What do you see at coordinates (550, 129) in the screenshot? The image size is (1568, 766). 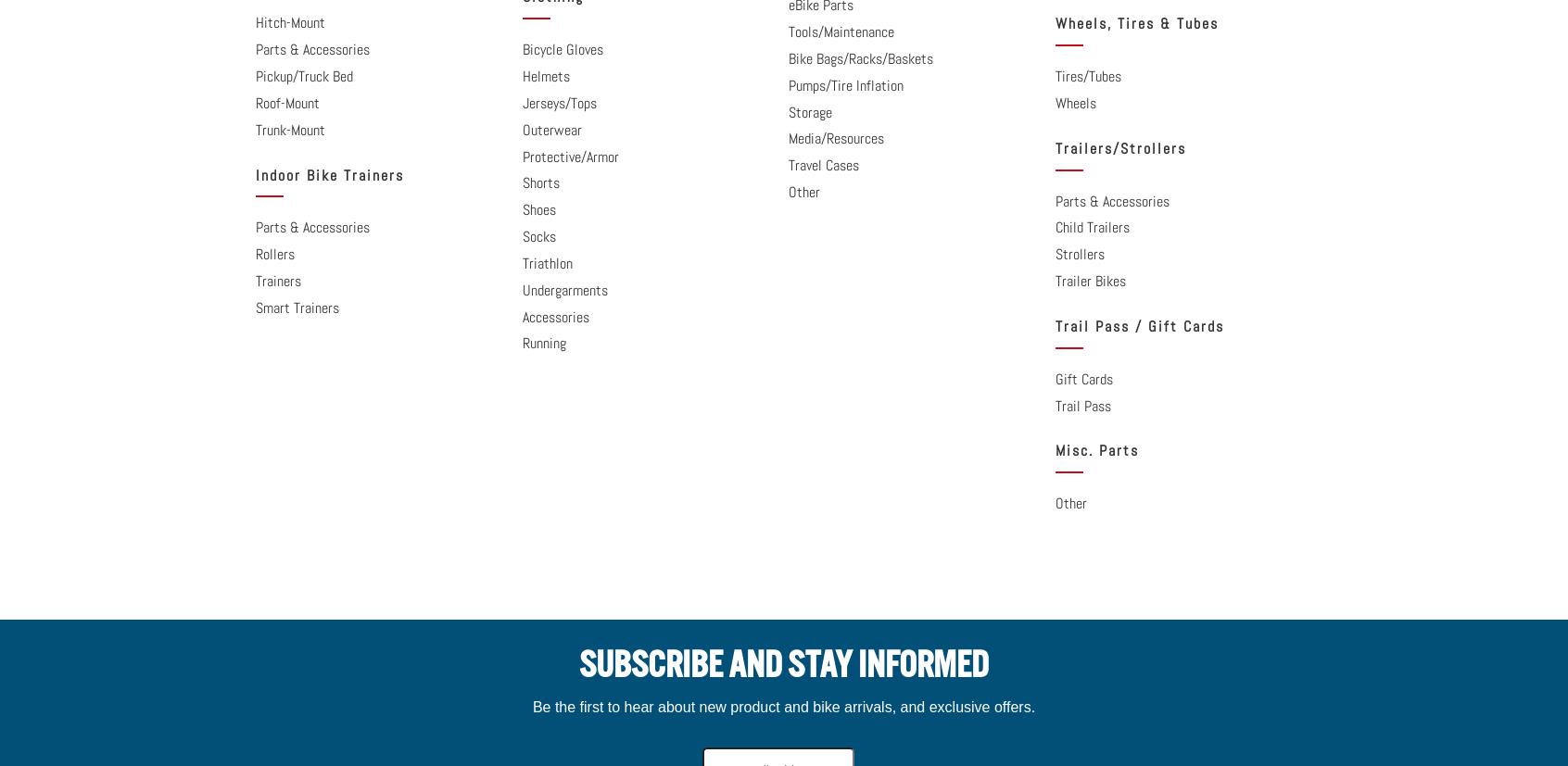 I see `'Outerwear'` at bounding box center [550, 129].